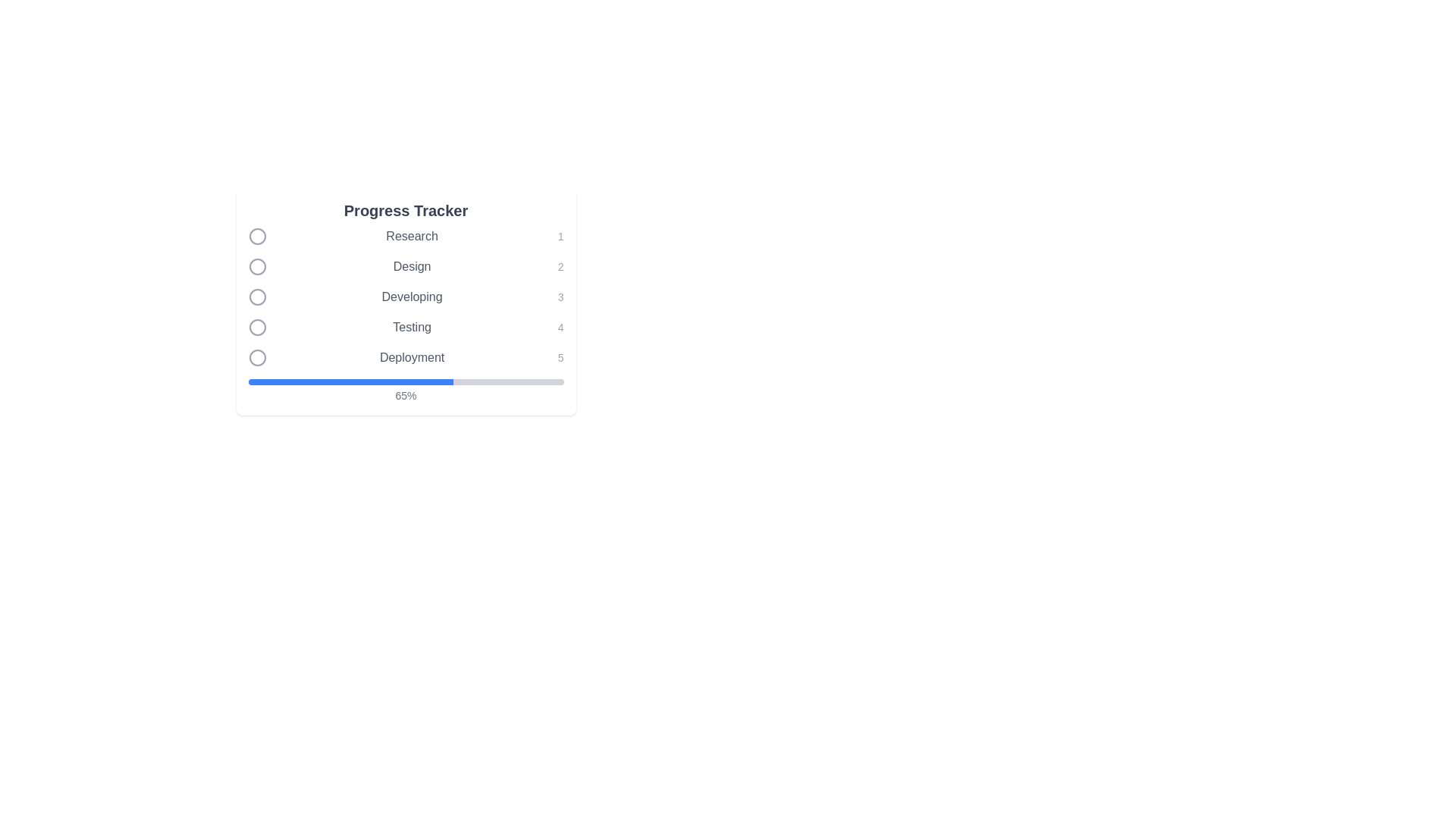 This screenshot has width=1456, height=819. I want to click on the 'Research' stage label in the progress tracker interface, which is positioned second in the vertical list of labels and is aligned to the right of a circular icon and to the left of the number '1', so click(412, 237).